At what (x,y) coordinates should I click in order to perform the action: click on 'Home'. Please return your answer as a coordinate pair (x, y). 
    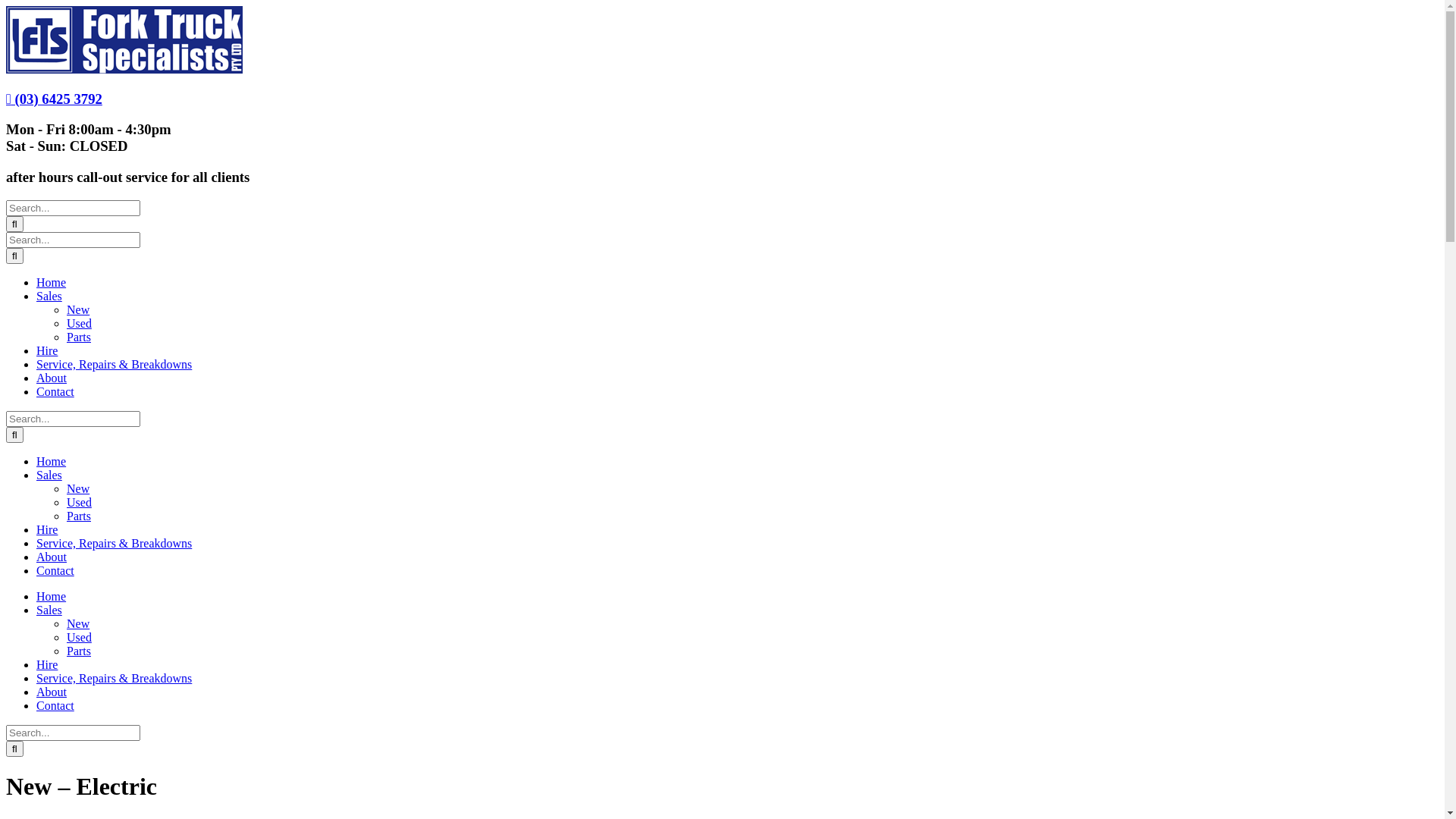
    Looking at the image, I should click on (51, 282).